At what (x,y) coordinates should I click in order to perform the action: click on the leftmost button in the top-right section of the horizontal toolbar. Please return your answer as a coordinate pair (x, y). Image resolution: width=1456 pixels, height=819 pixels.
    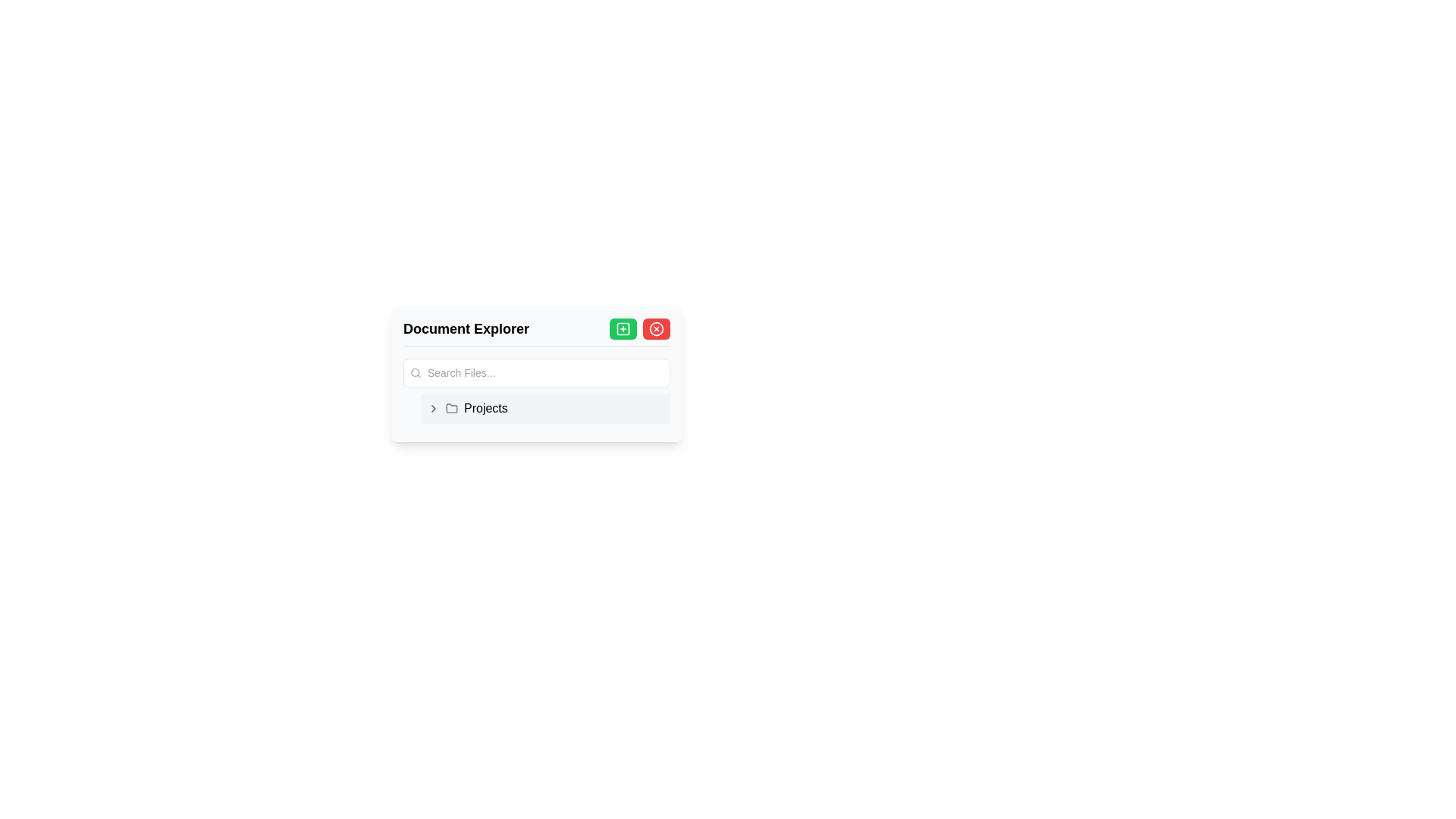
    Looking at the image, I should click on (623, 328).